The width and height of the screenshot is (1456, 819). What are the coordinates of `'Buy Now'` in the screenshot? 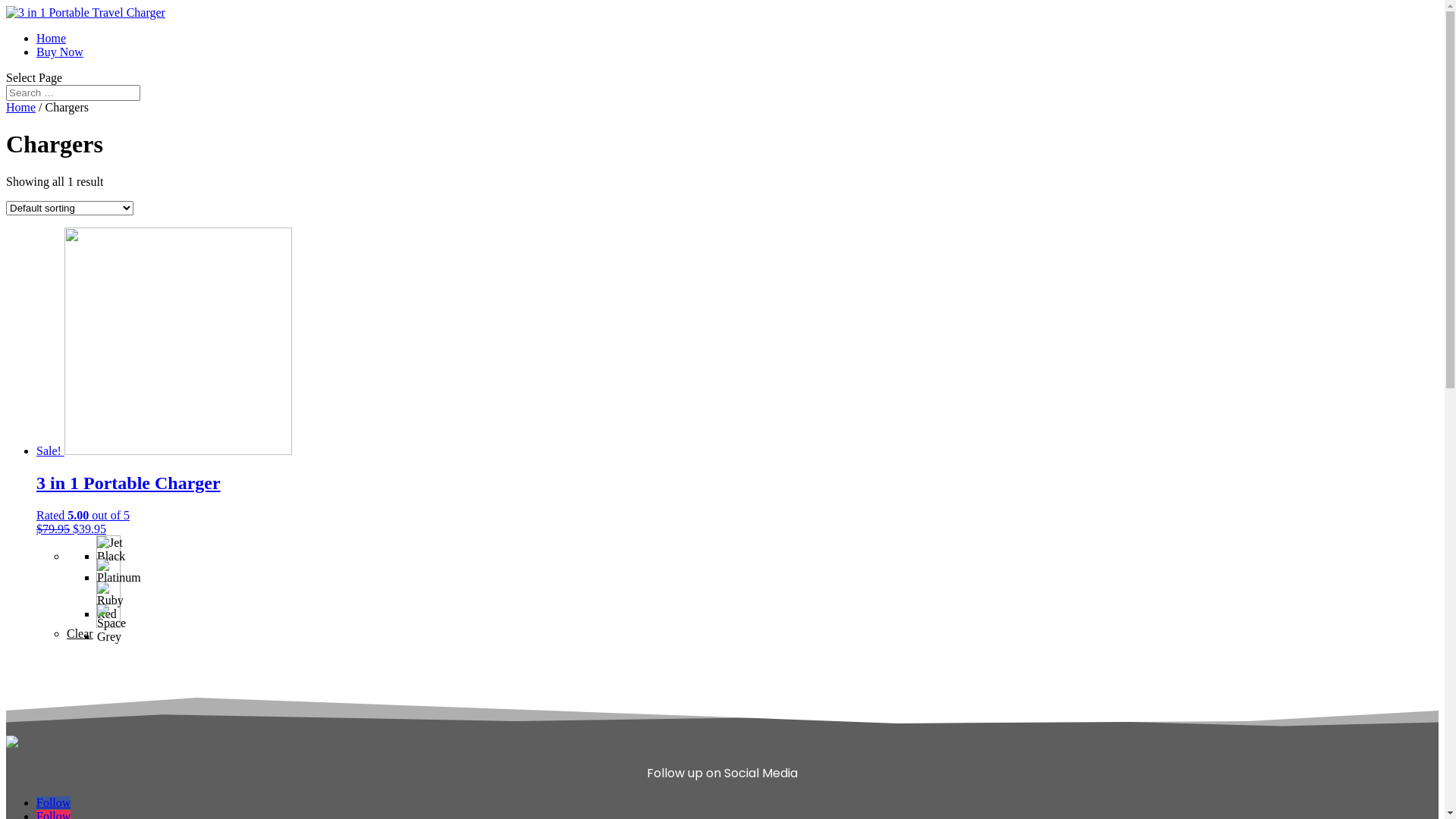 It's located at (59, 51).